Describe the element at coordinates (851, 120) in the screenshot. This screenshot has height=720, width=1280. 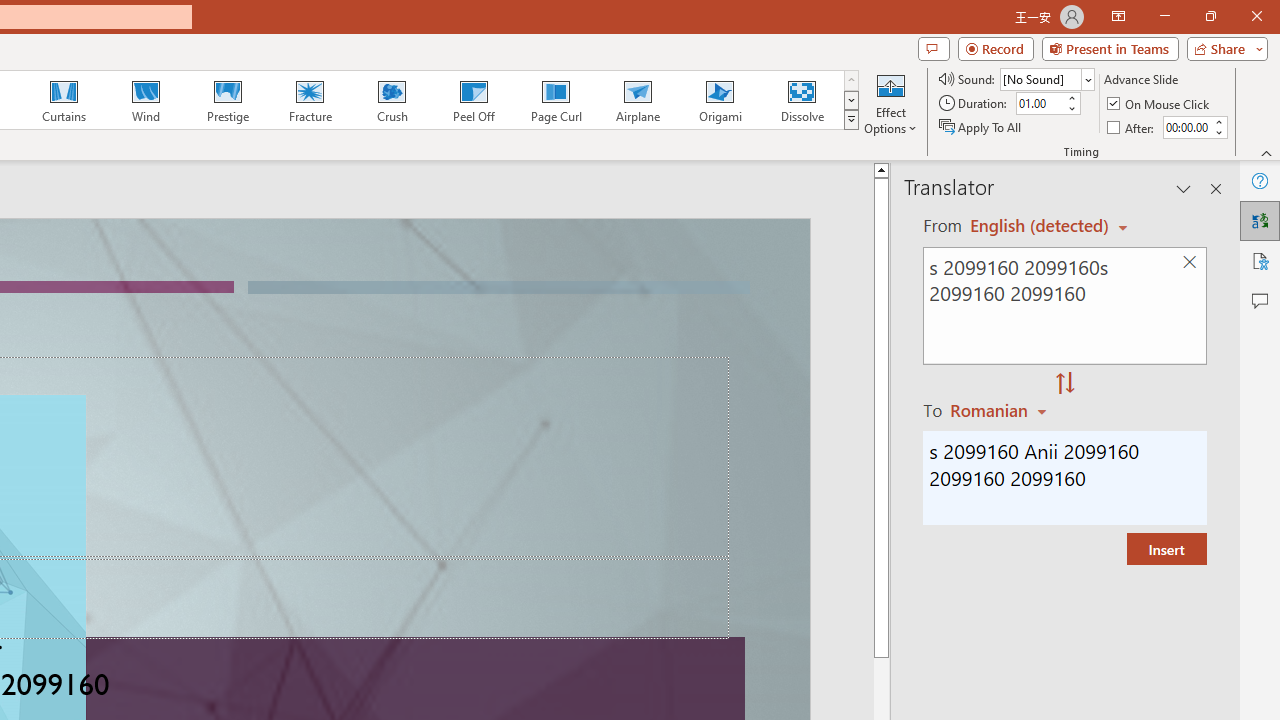
I see `'Transition Effects'` at that location.